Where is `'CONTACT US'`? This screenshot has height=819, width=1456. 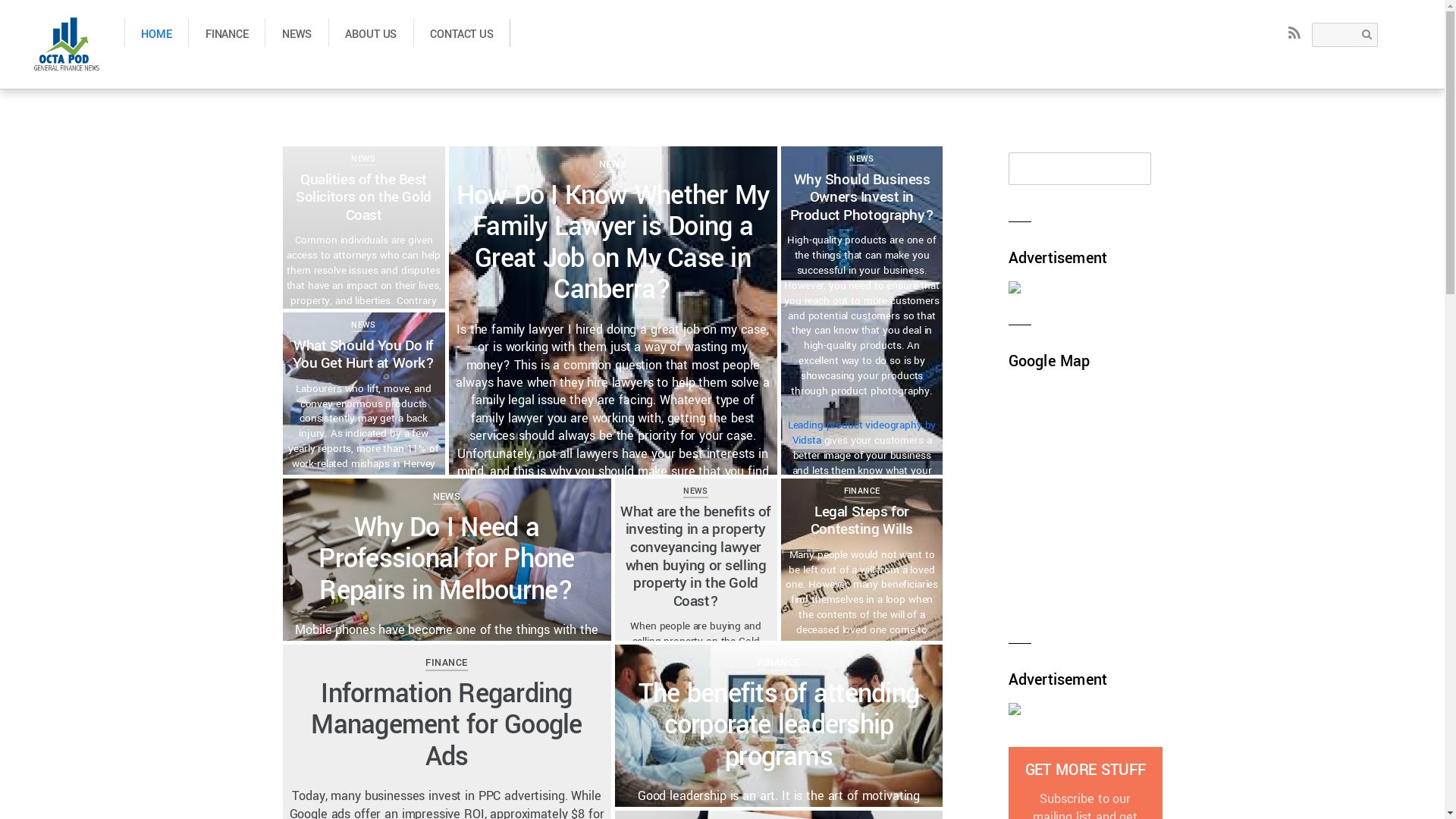 'CONTACT US' is located at coordinates (461, 32).